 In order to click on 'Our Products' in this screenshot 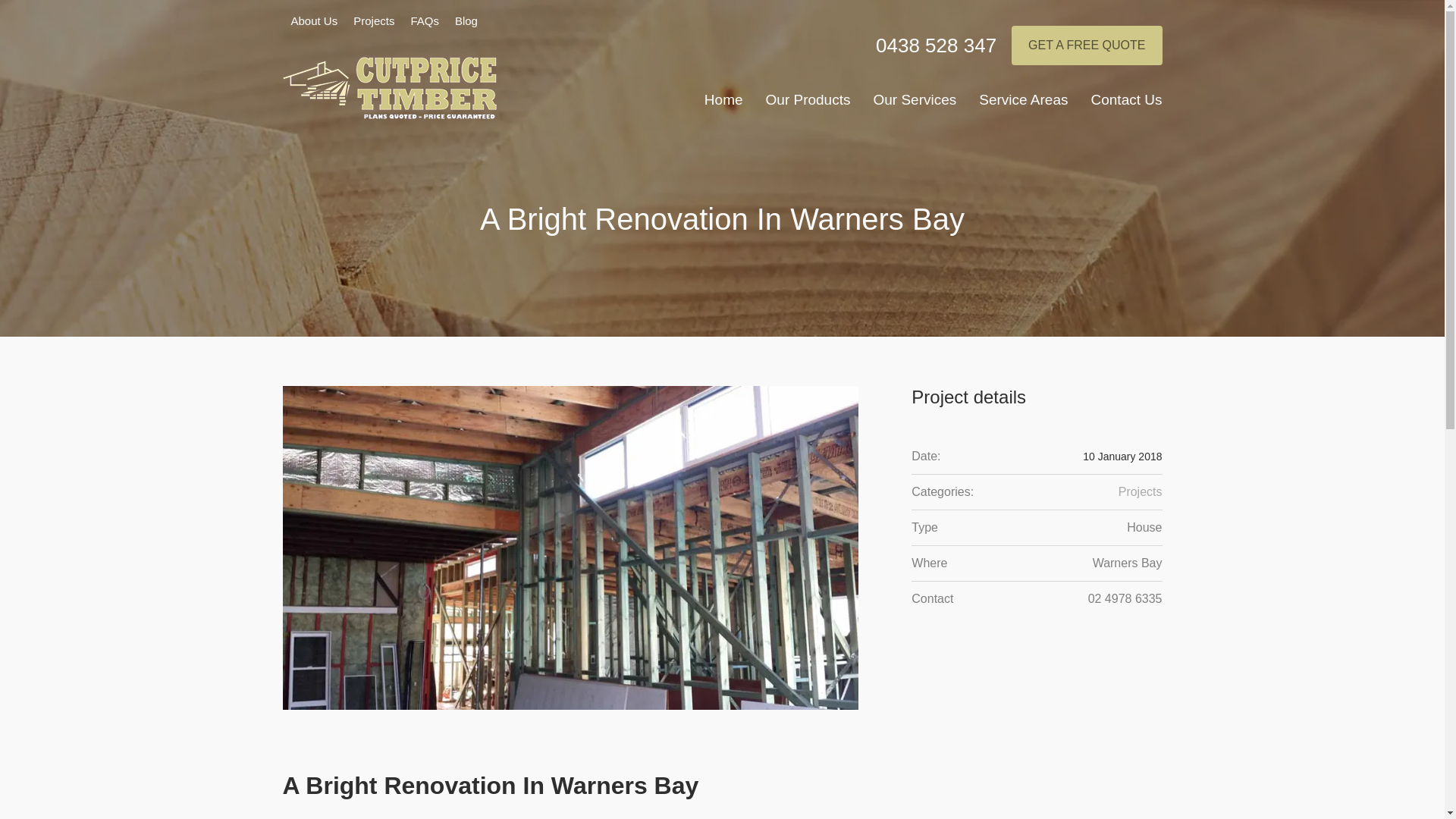, I will do `click(807, 102)`.